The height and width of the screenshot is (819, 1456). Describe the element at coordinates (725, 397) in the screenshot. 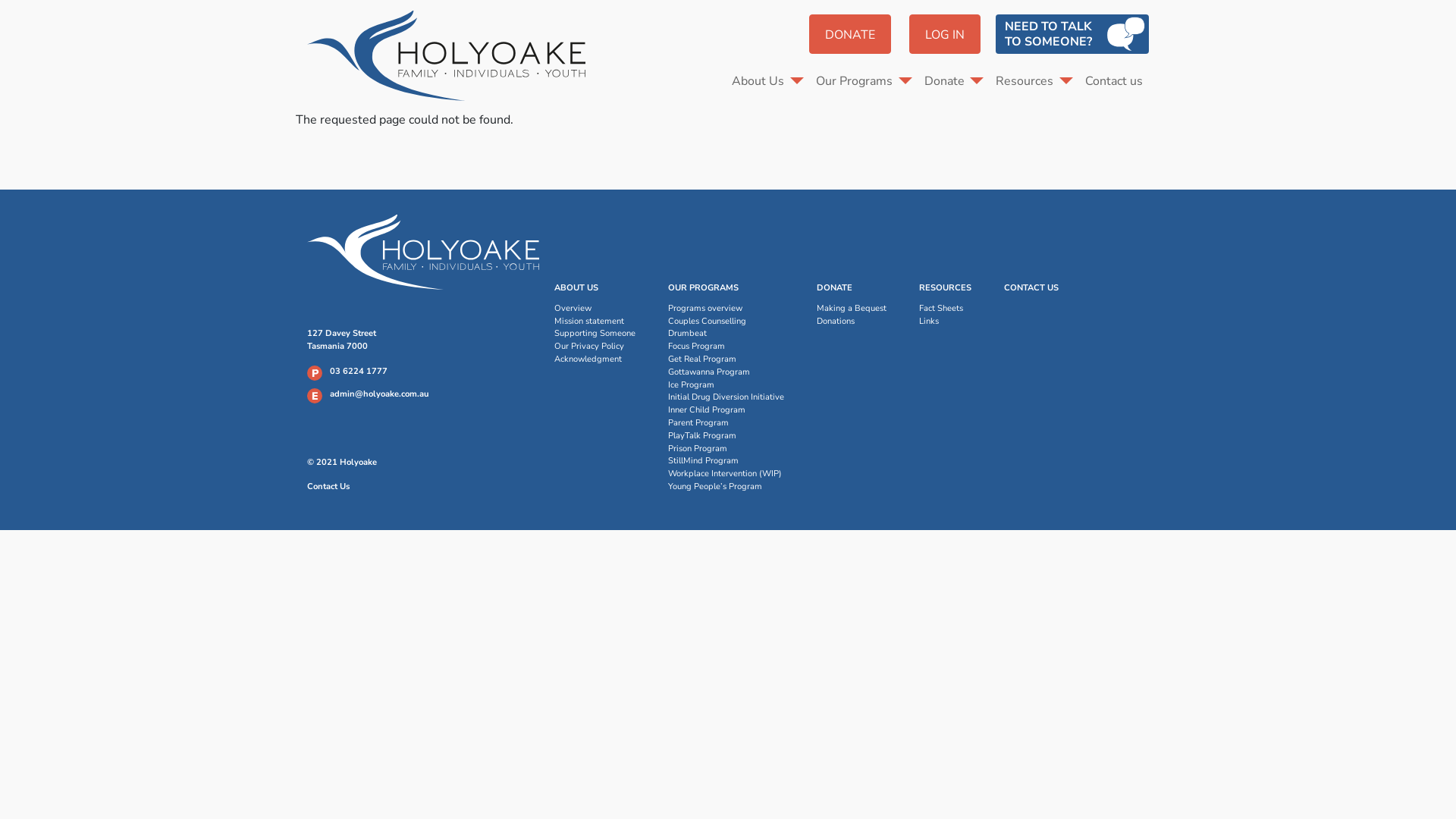

I see `'Initial Drug Diversion Initiative'` at that location.